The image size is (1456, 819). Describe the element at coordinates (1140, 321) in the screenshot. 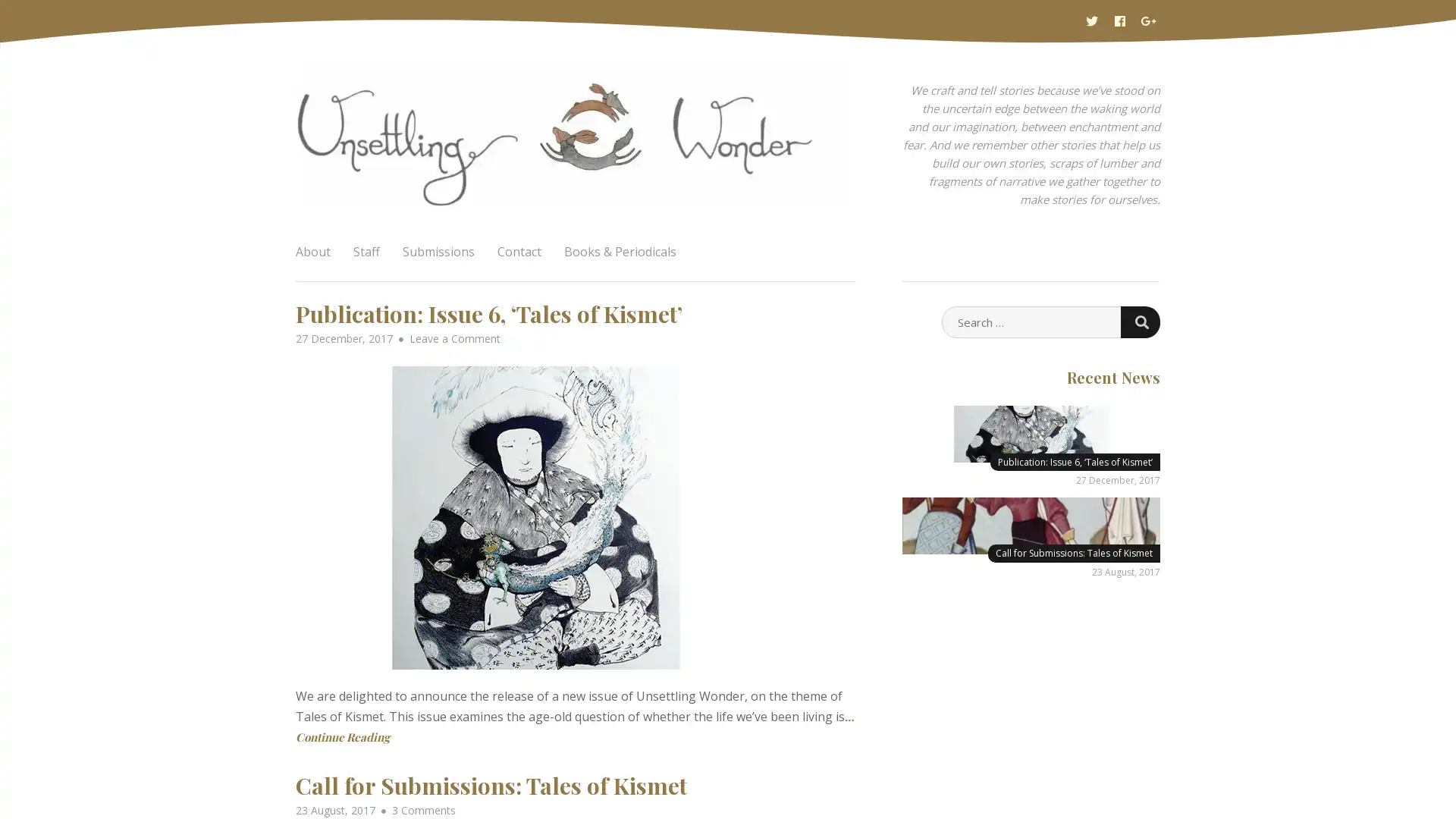

I see `SEARCH` at that location.